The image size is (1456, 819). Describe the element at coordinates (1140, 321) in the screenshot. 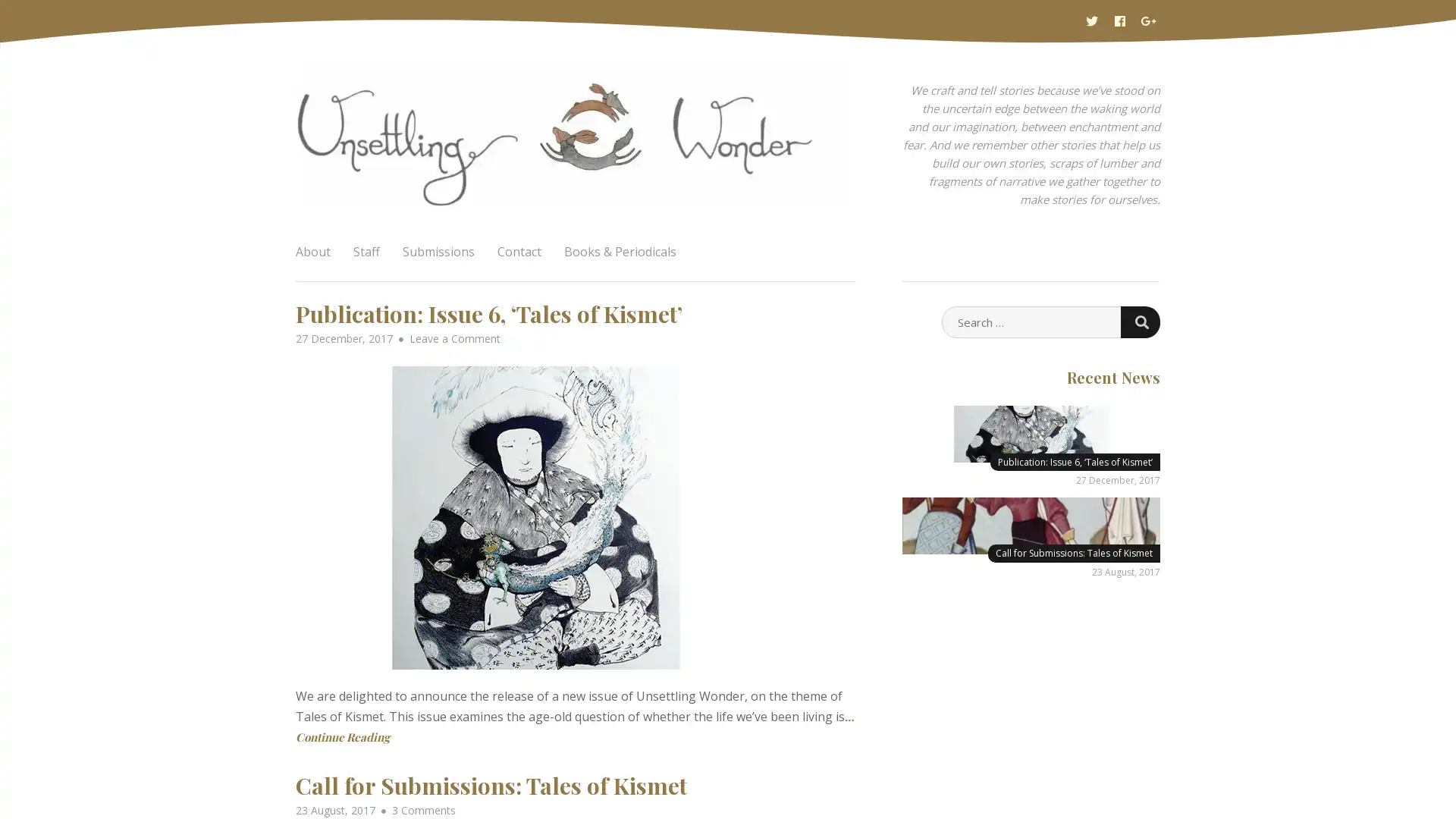

I see `SEARCH` at that location.